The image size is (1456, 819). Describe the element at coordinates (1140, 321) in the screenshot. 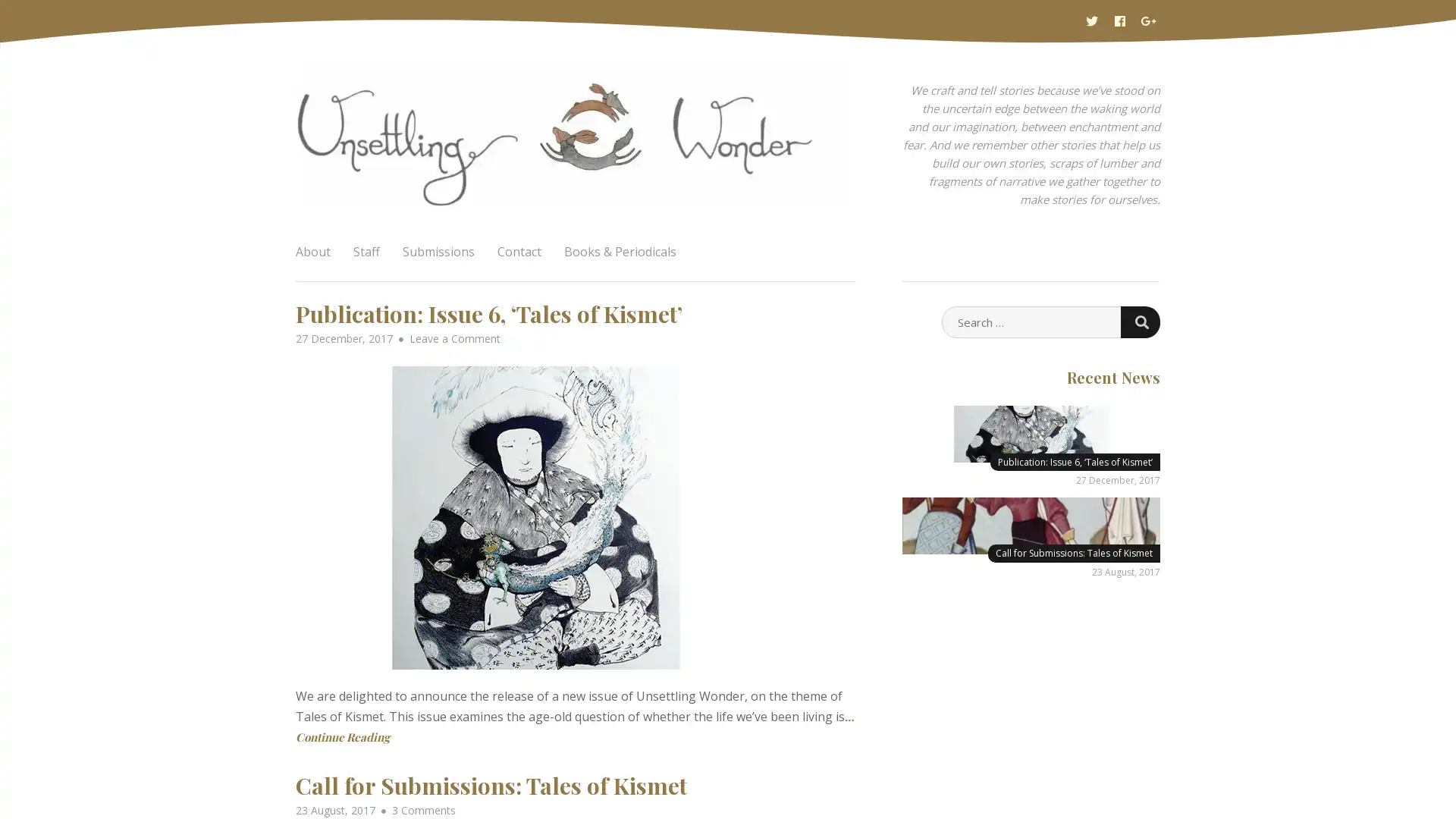

I see `SEARCH` at that location.